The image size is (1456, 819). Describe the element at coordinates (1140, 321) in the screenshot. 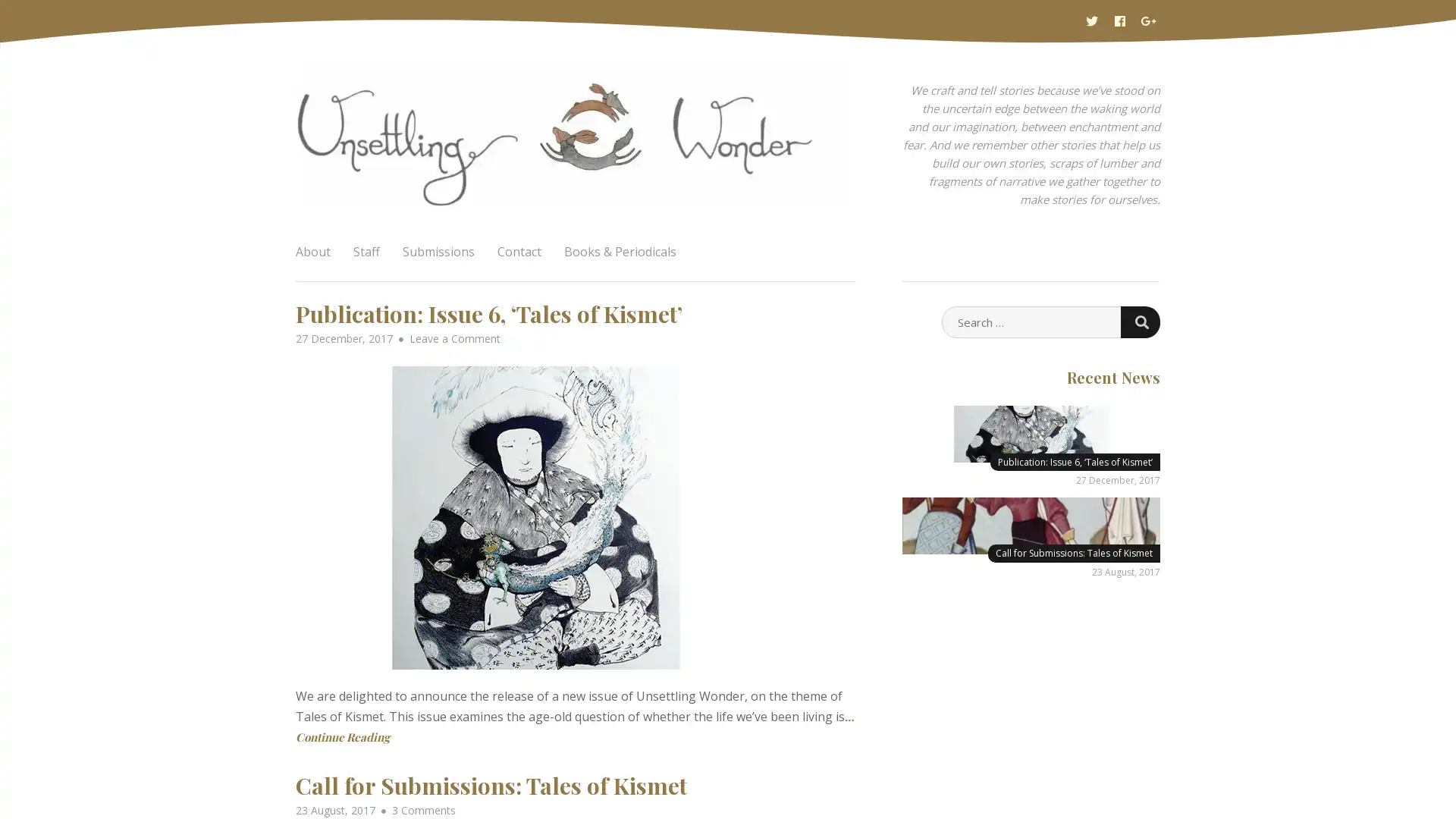

I see `SEARCH` at that location.